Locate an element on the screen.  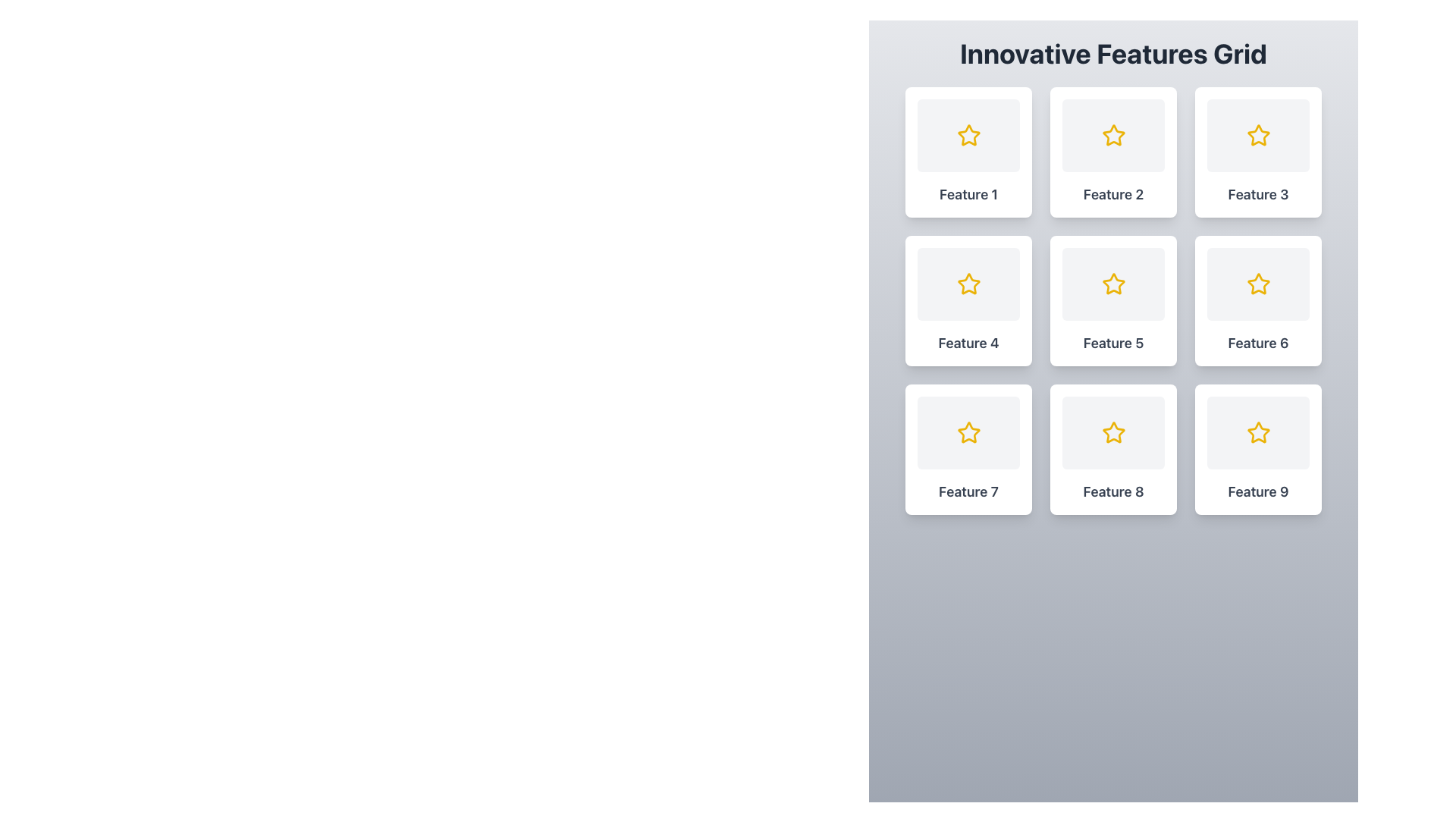
text content of the label that reads 'Feature 9', which is styled in large, bold gray font and is located below the yellow star icon in the bottom-right card of the Innovative Features Grid is located at coordinates (1258, 491).